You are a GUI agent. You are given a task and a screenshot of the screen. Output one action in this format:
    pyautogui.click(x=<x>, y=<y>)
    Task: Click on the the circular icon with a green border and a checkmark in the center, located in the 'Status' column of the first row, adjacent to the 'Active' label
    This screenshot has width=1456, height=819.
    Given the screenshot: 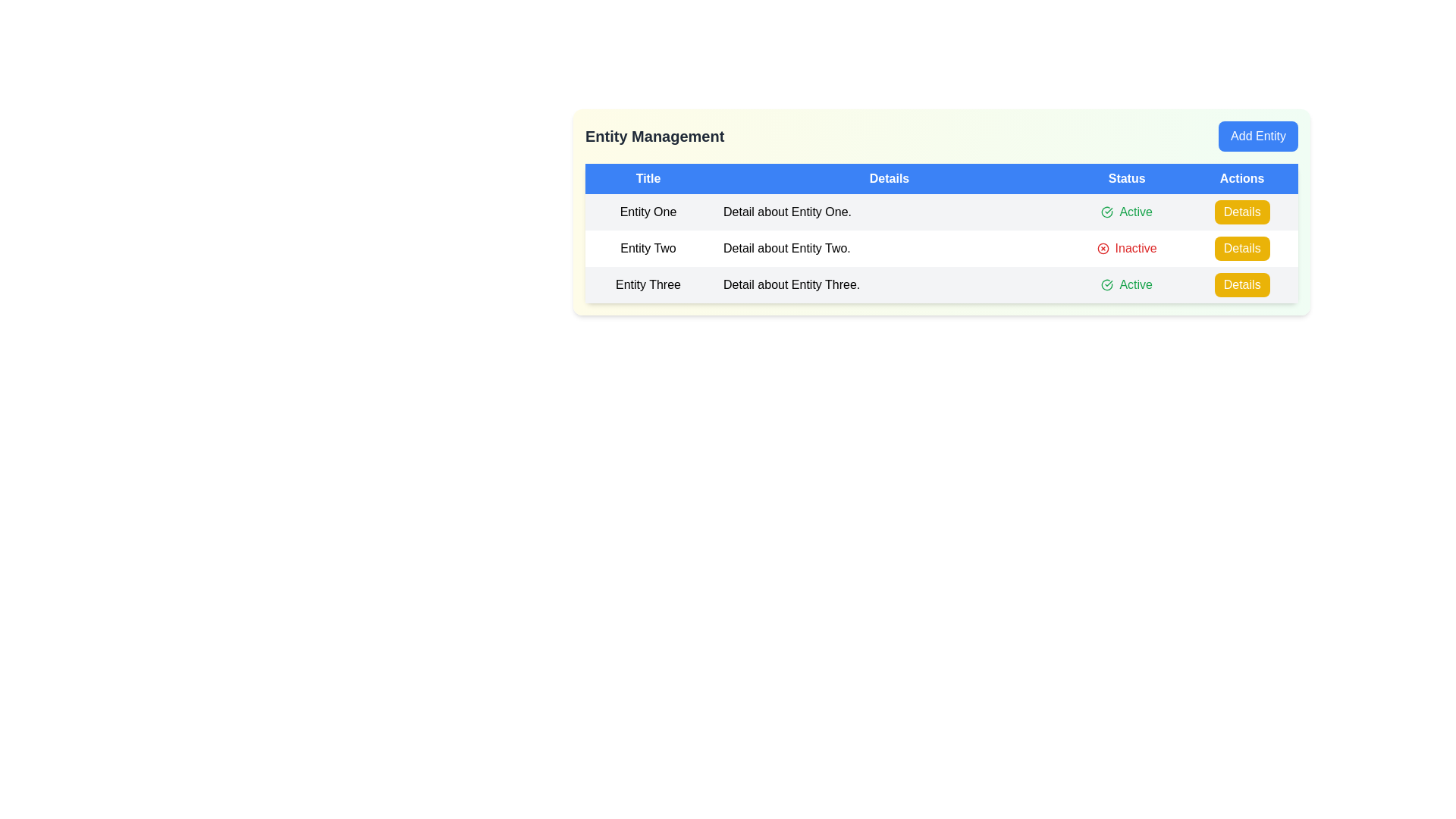 What is the action you would take?
    pyautogui.click(x=1107, y=212)
    